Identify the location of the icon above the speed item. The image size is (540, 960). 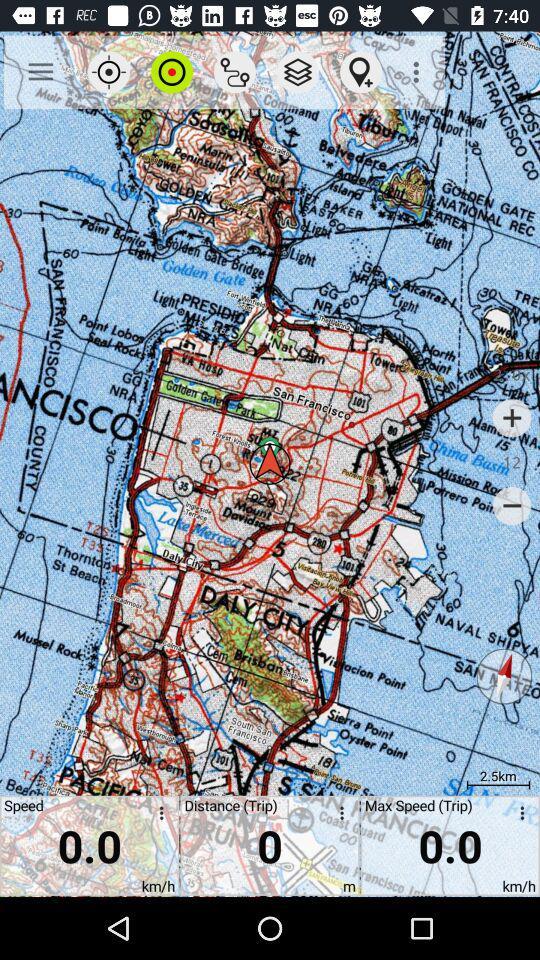
(40, 72).